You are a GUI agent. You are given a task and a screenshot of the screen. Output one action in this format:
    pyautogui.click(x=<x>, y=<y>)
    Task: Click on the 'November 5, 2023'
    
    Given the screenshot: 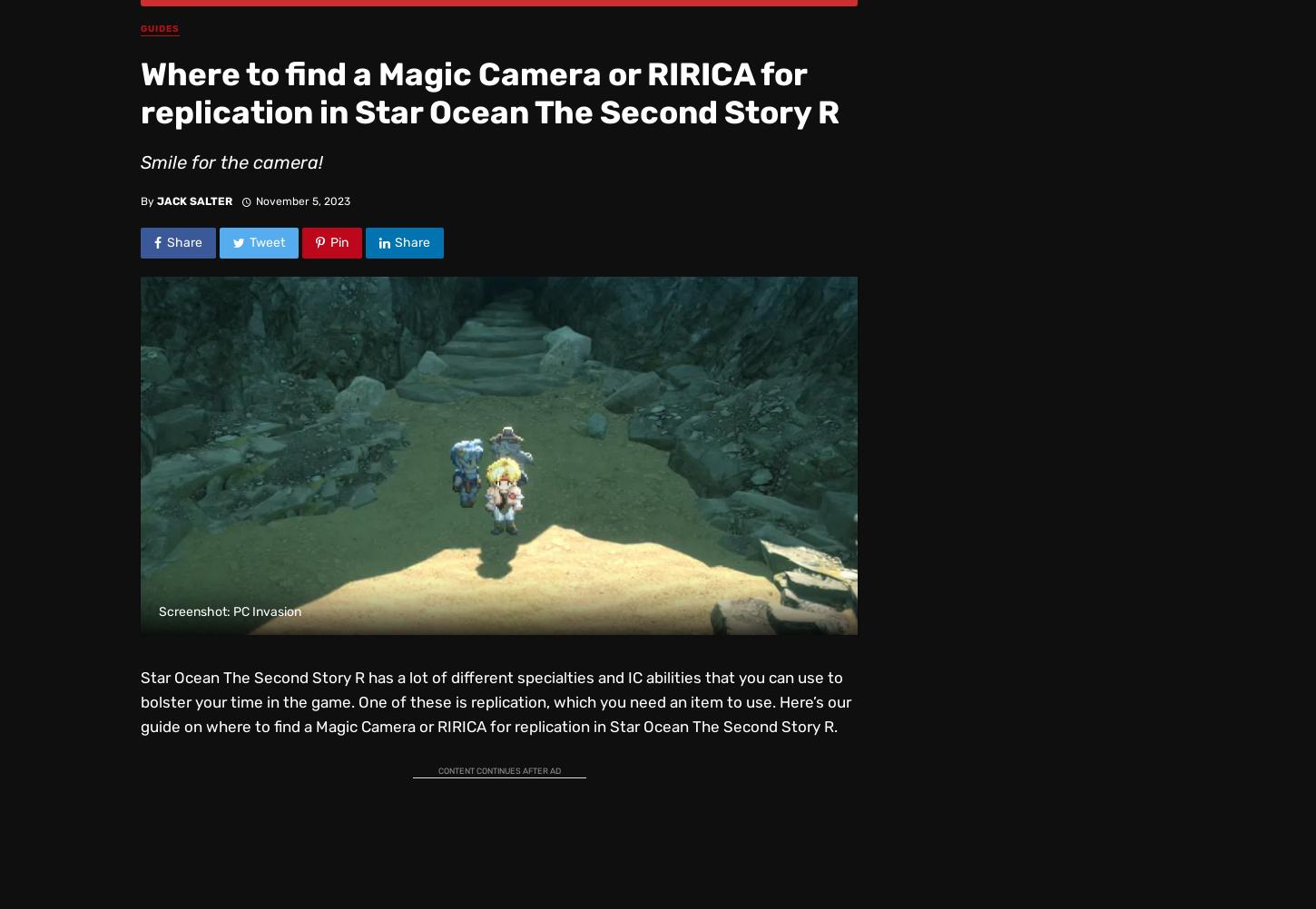 What is the action you would take?
    pyautogui.click(x=302, y=201)
    